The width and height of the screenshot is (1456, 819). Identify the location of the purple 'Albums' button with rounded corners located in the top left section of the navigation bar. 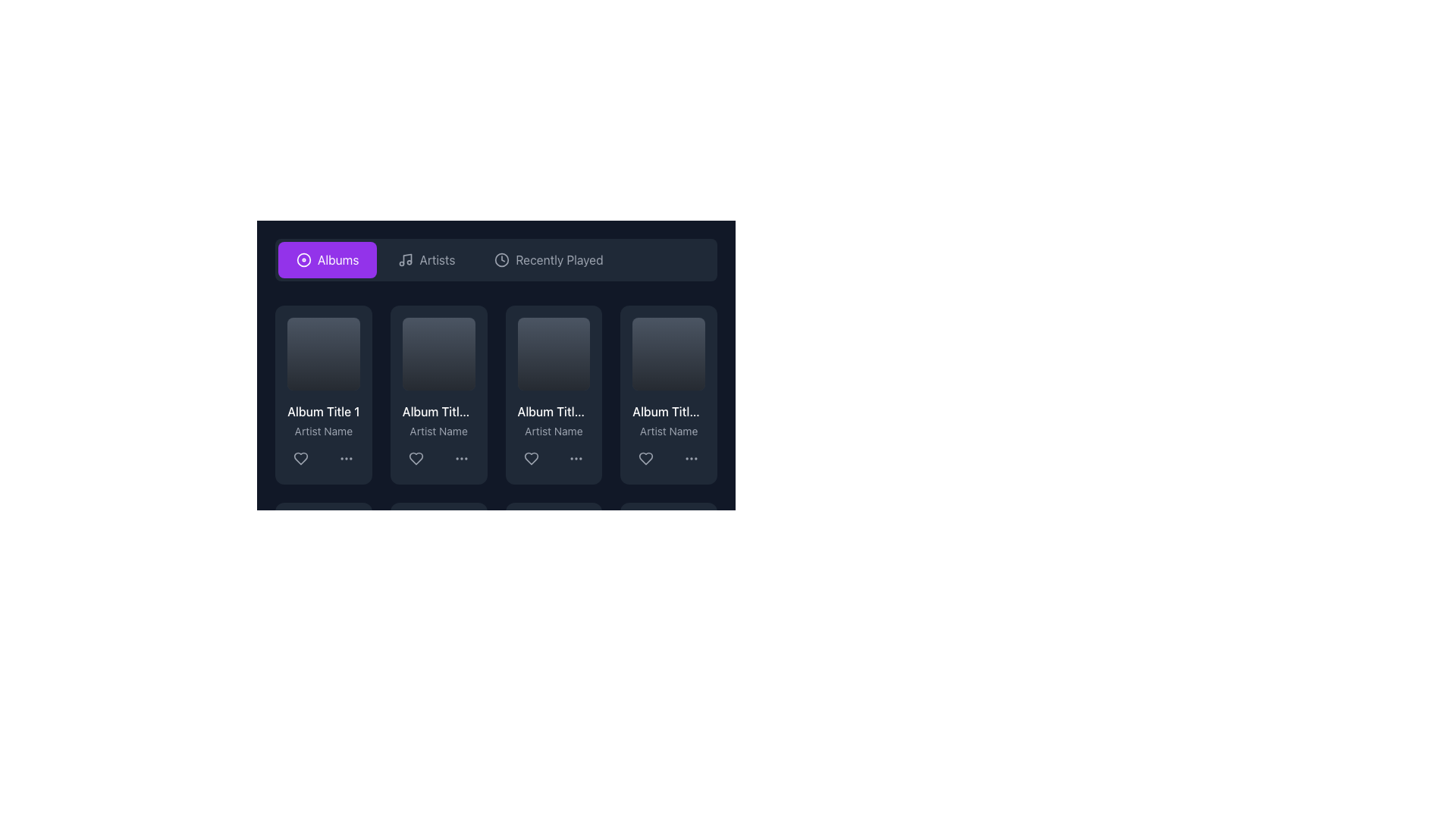
(327, 259).